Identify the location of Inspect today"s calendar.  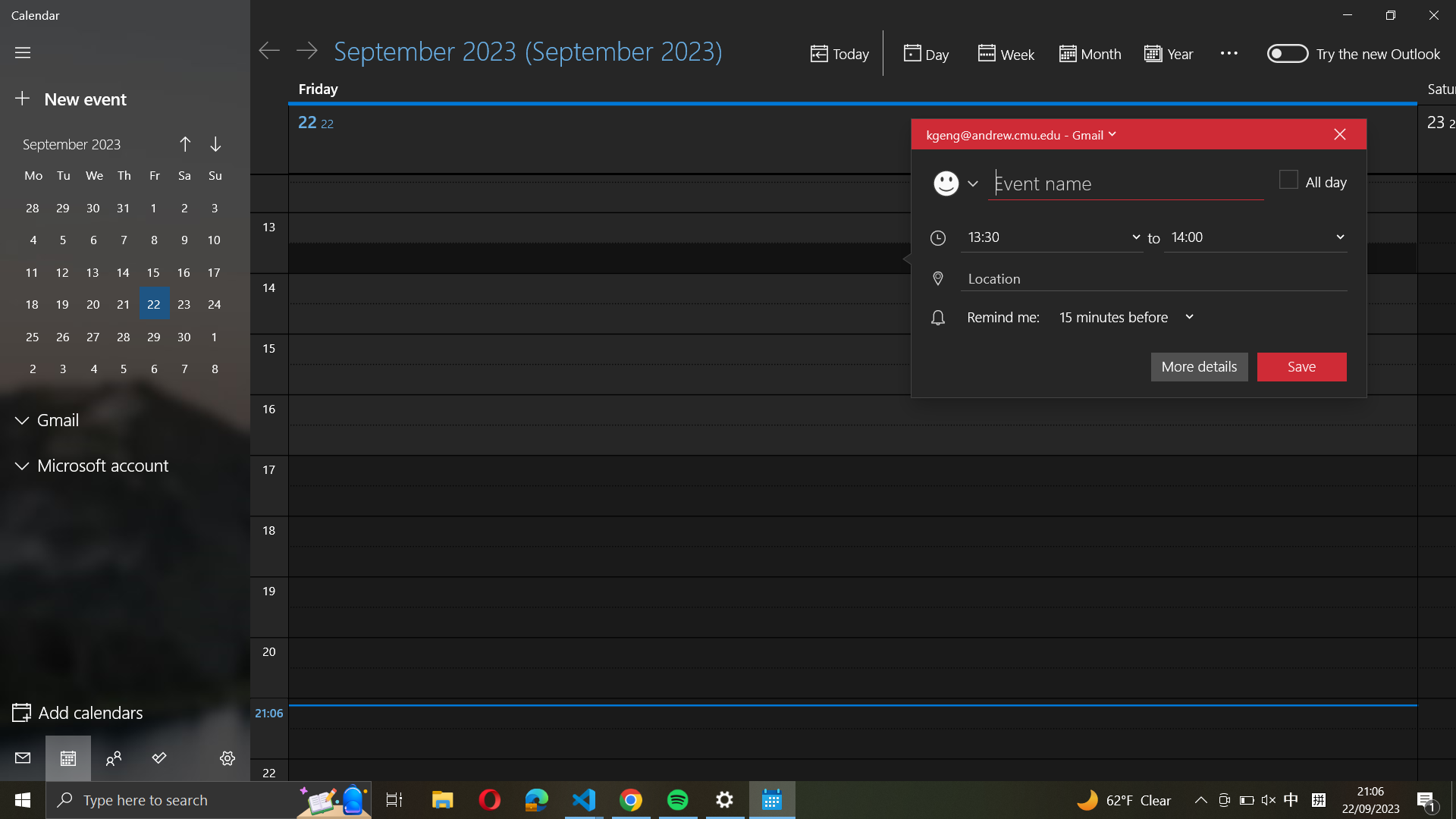
(925, 52).